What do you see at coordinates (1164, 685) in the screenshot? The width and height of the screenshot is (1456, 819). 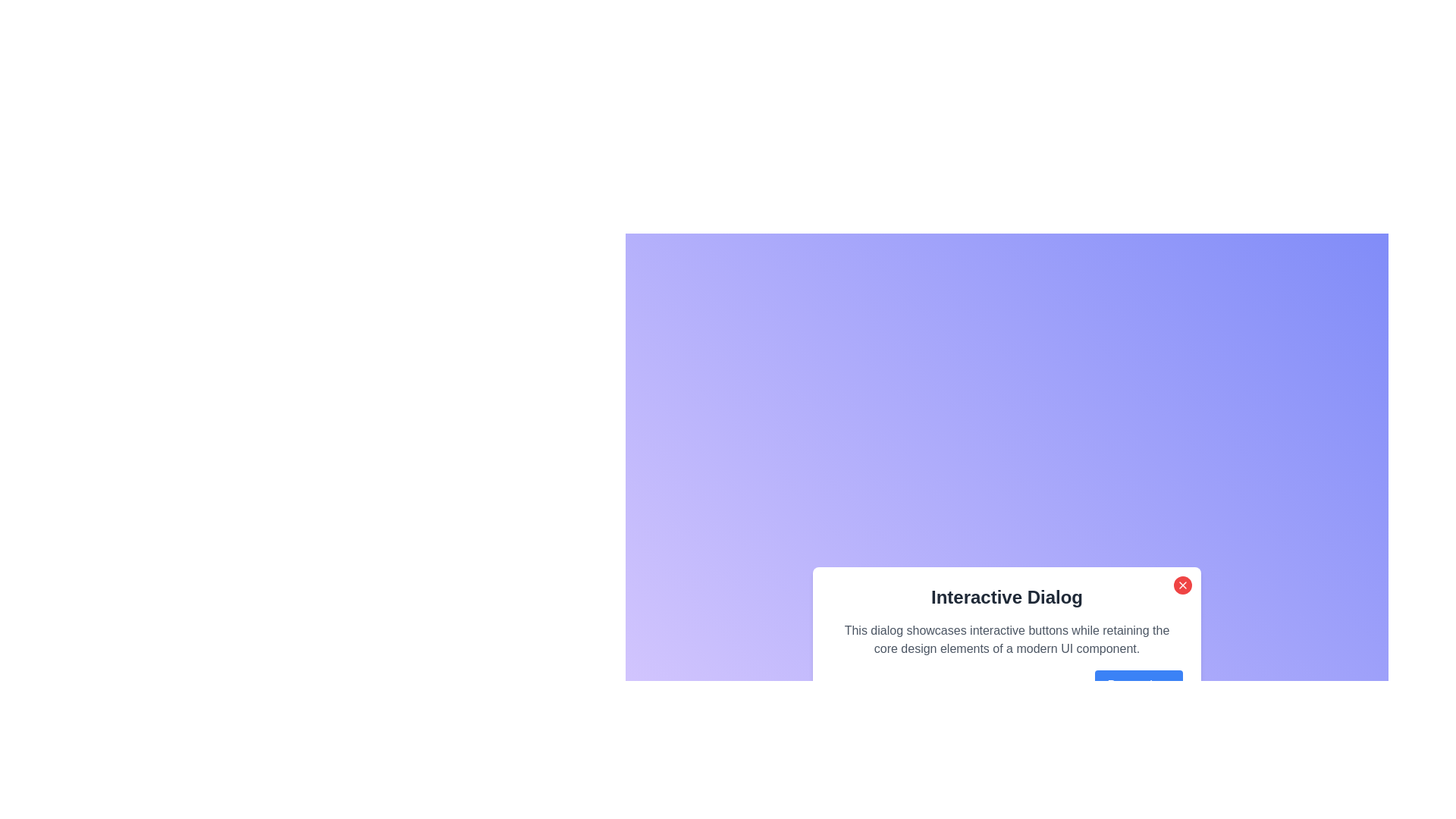 I see `the rightward-pointing arrow icon located at the right end of the 'Proceed' button within the interactive dialog box` at bounding box center [1164, 685].